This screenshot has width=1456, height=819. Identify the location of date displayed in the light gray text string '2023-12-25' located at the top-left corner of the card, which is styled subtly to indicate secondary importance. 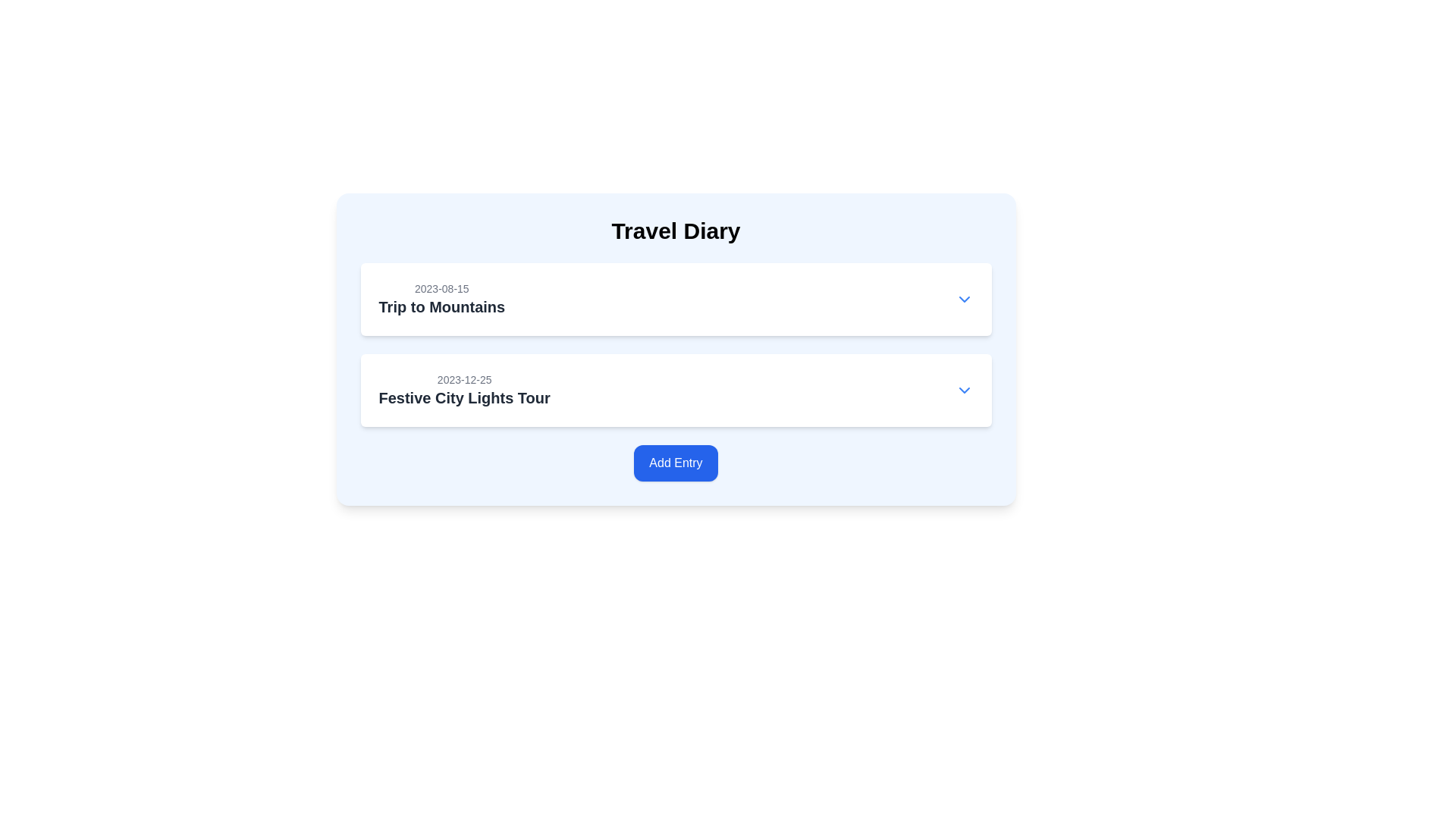
(463, 379).